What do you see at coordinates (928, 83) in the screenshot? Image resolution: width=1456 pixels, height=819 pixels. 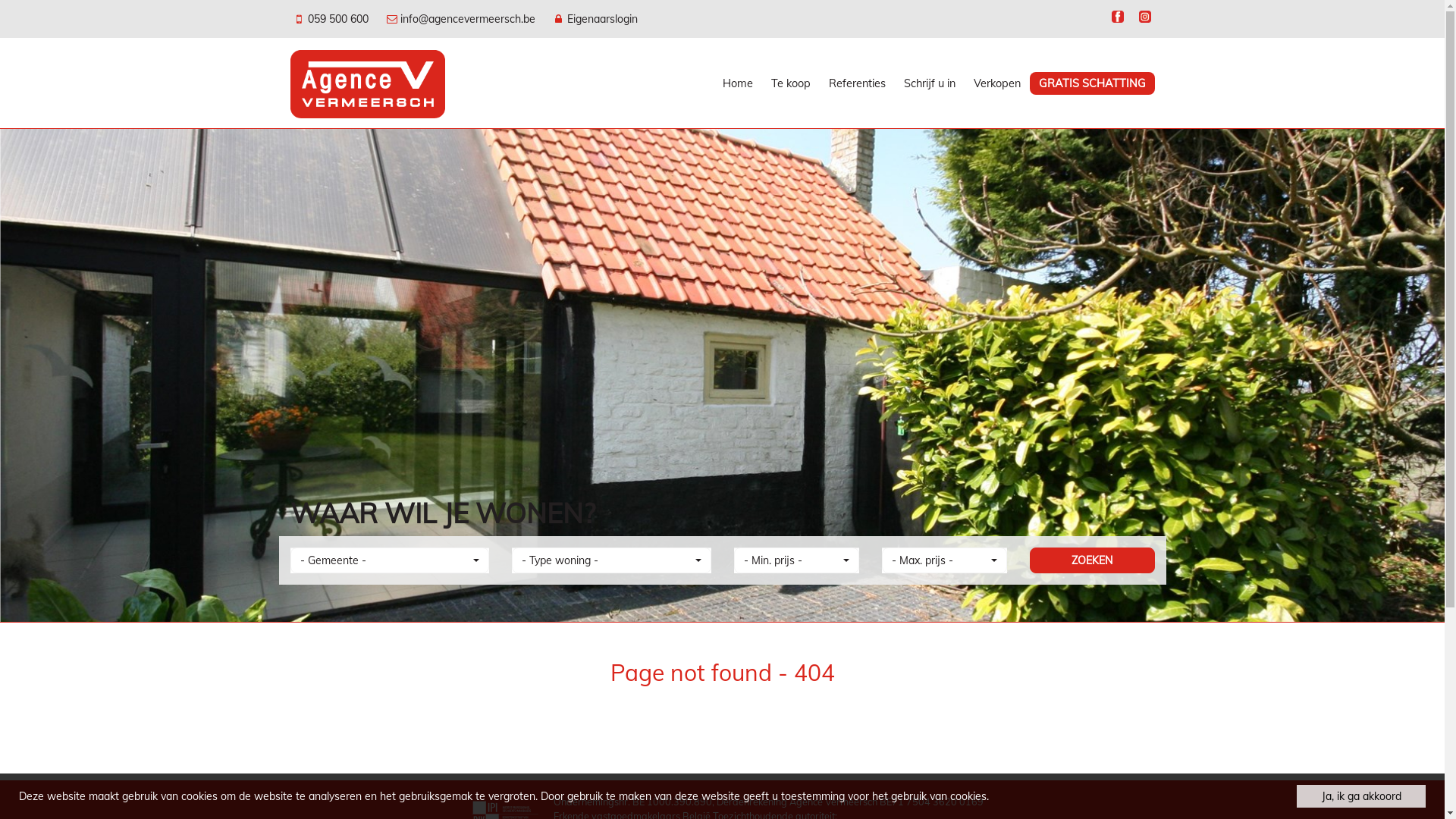 I see `'Schrijf u in'` at bounding box center [928, 83].